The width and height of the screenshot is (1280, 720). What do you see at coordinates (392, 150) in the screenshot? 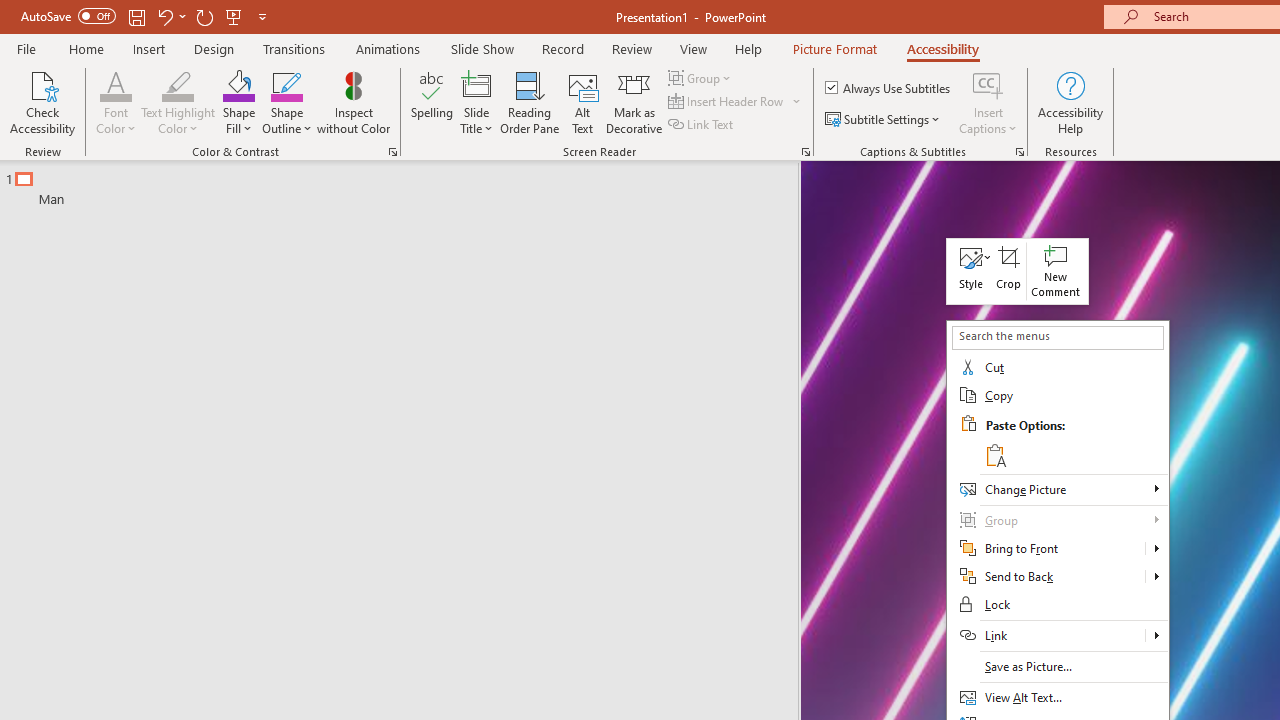
I see `'Color & Contrast'` at bounding box center [392, 150].